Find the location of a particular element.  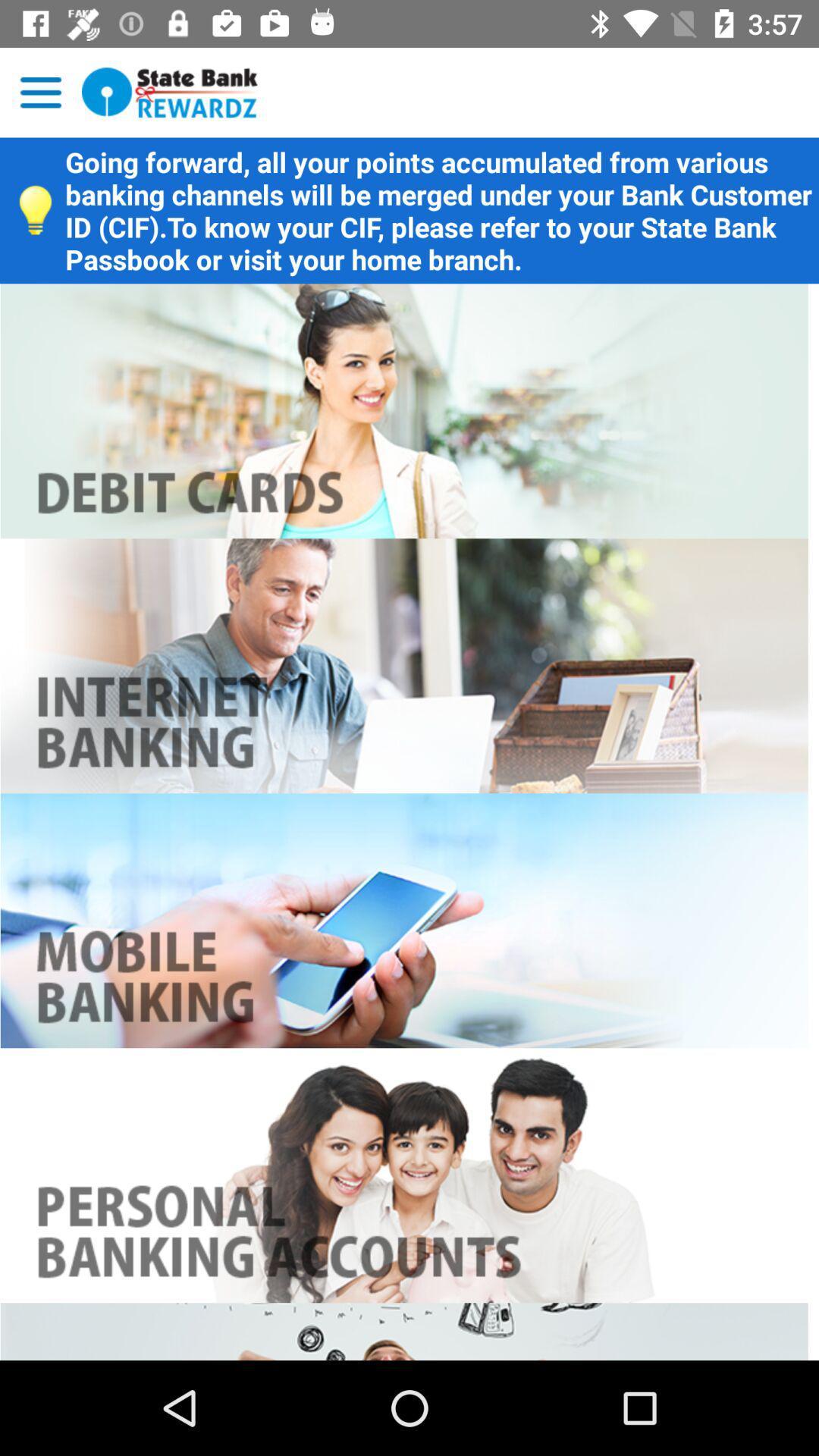

show options is located at coordinates (40, 92).